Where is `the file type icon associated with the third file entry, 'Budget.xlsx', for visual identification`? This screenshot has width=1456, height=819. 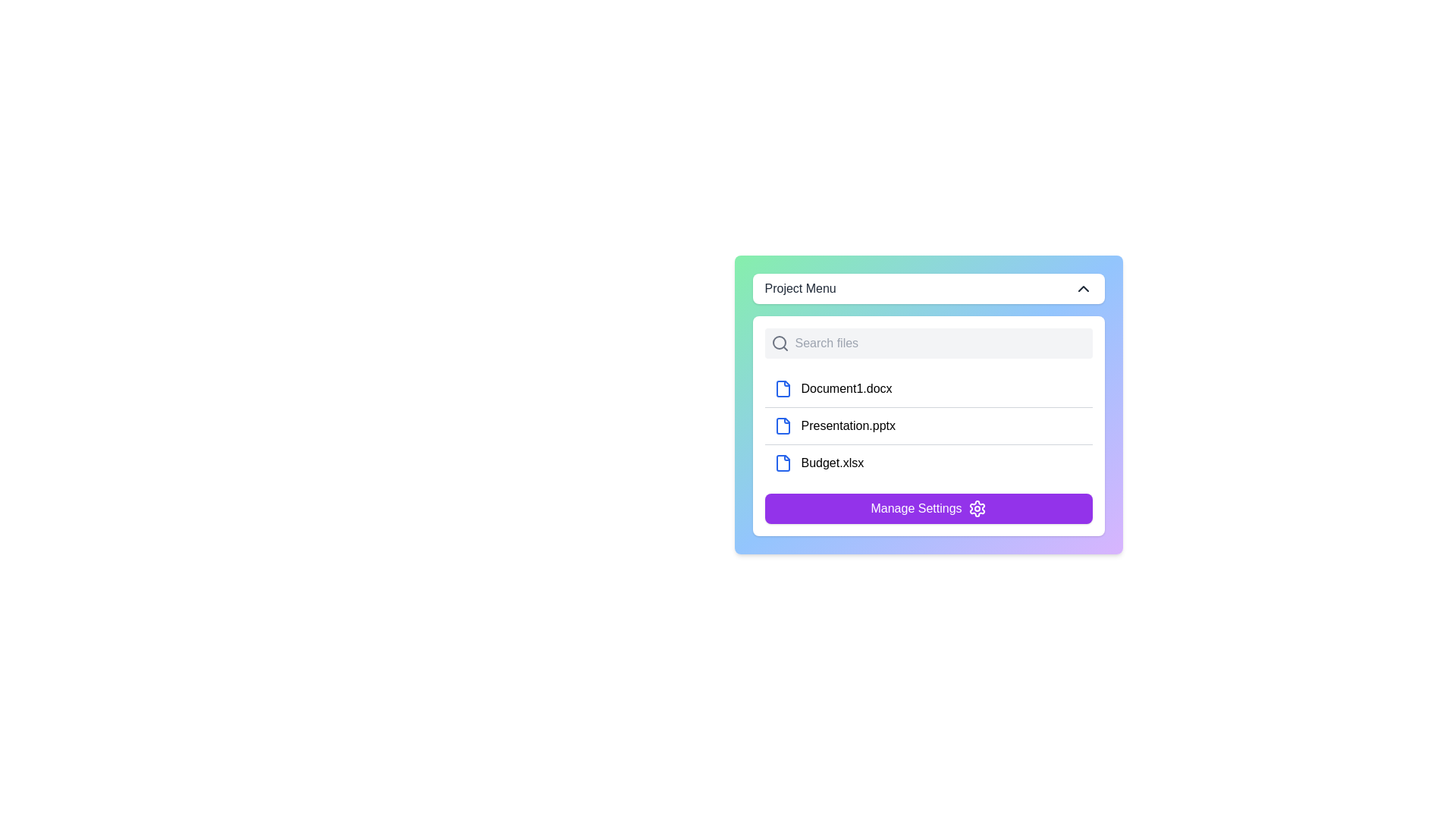 the file type icon associated with the third file entry, 'Budget.xlsx', for visual identification is located at coordinates (783, 462).